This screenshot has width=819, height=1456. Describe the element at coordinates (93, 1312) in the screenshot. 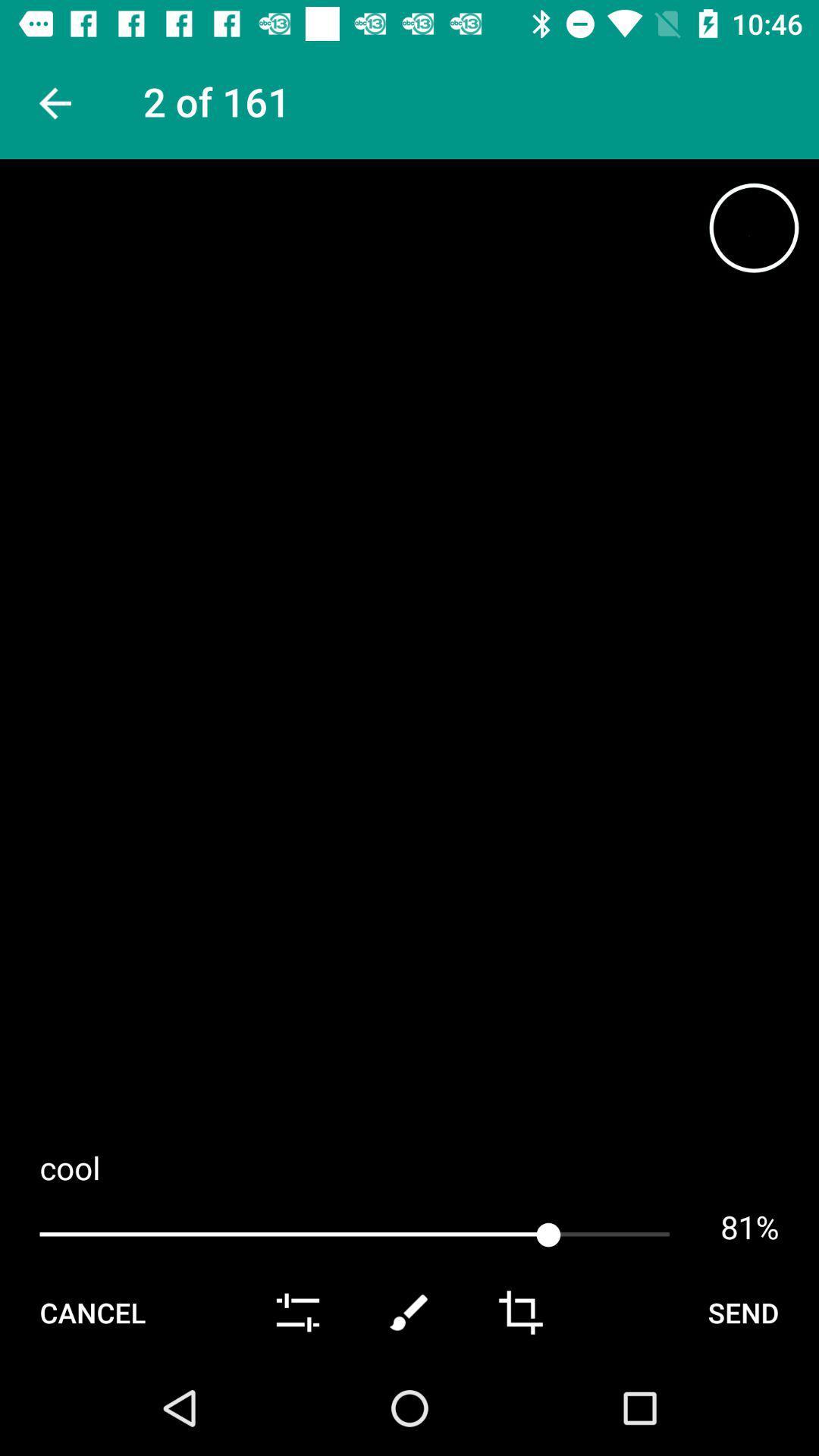

I see `icon at the bottom left corner` at that location.